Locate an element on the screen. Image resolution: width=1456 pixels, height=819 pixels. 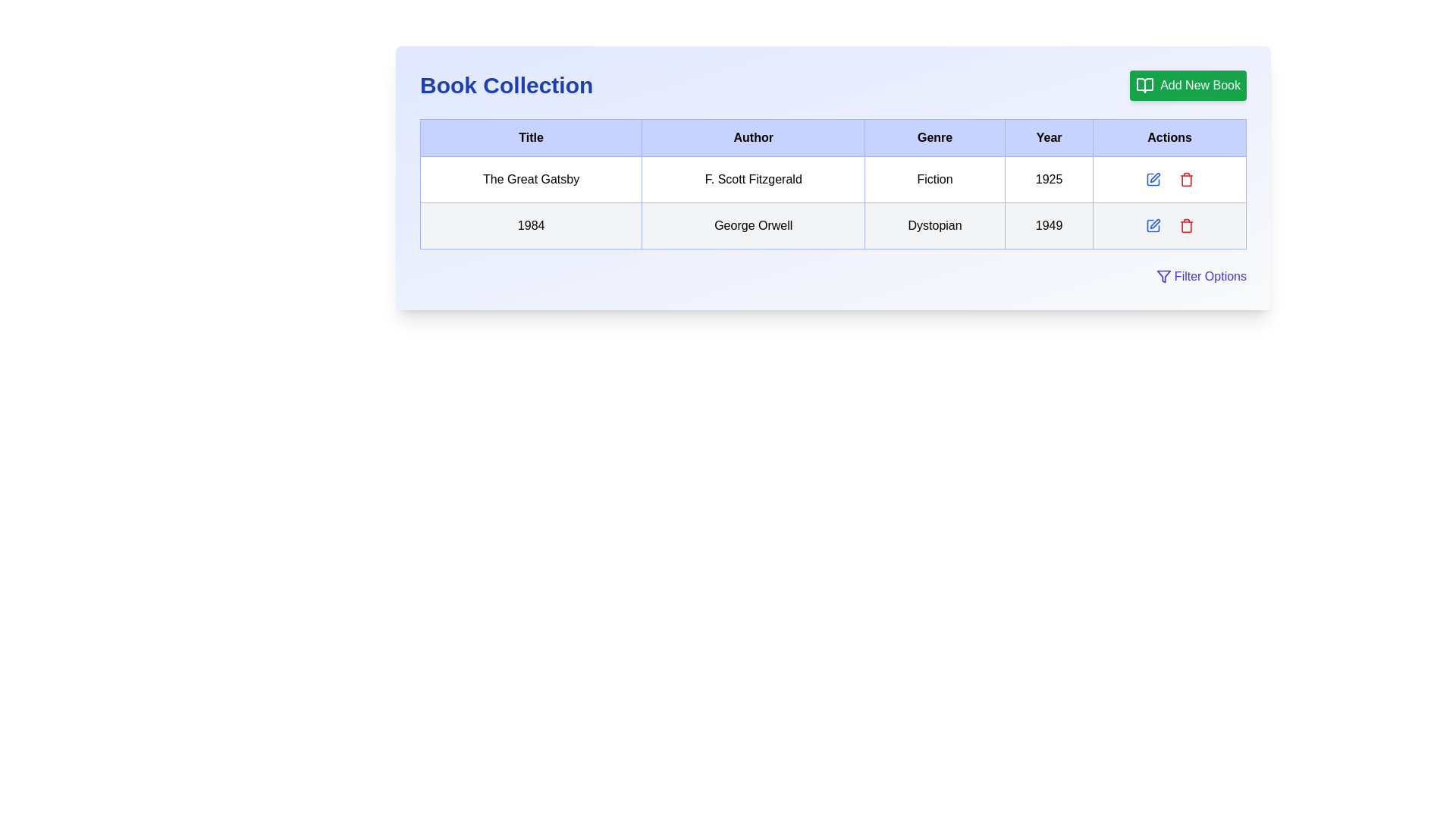
the pen tip shaped icon representing the editing action in the Actions column of the second row in the table is located at coordinates (1153, 178).